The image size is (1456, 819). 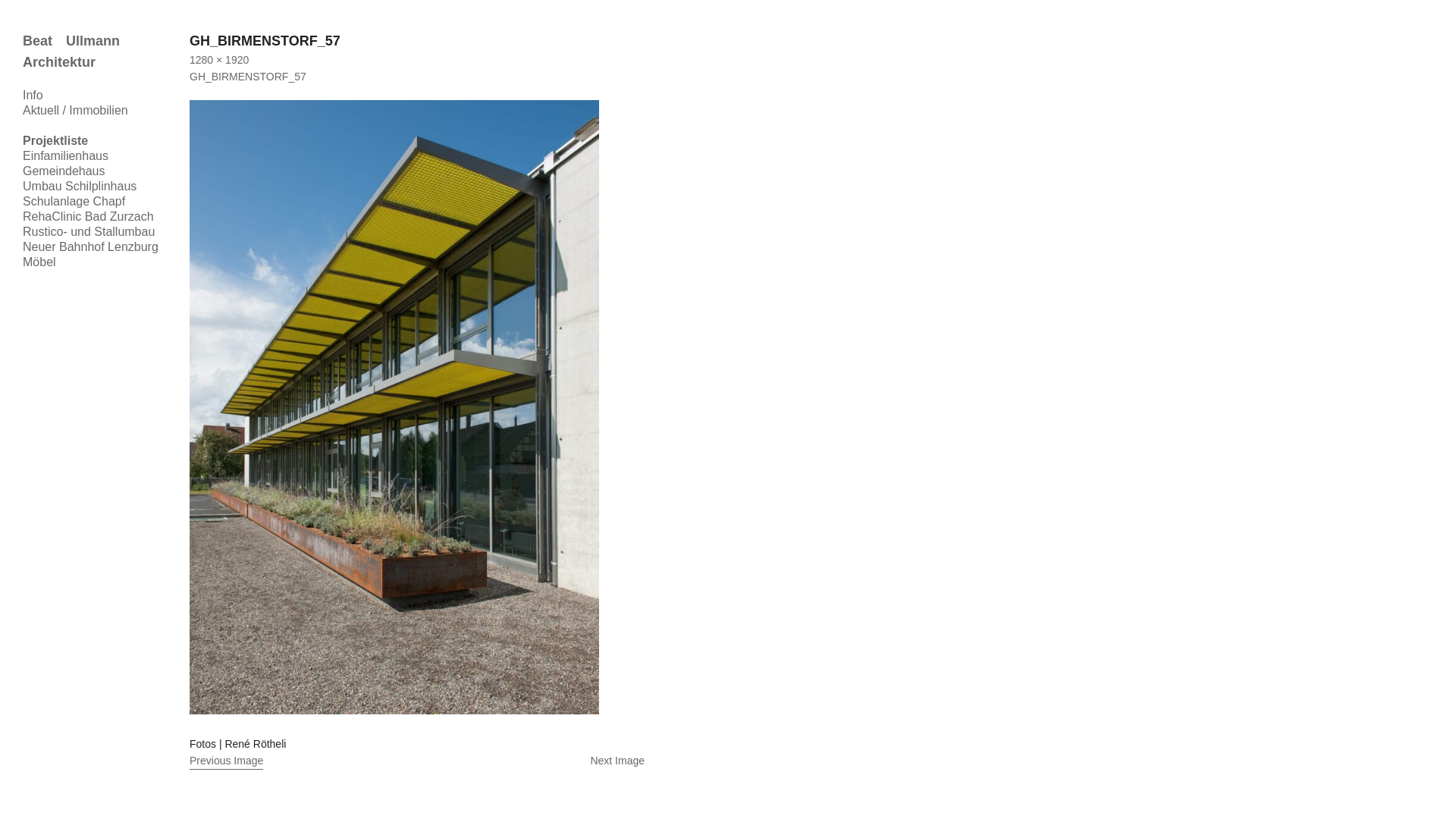 What do you see at coordinates (22, 96) in the screenshot?
I see `'Skip to content'` at bounding box center [22, 96].